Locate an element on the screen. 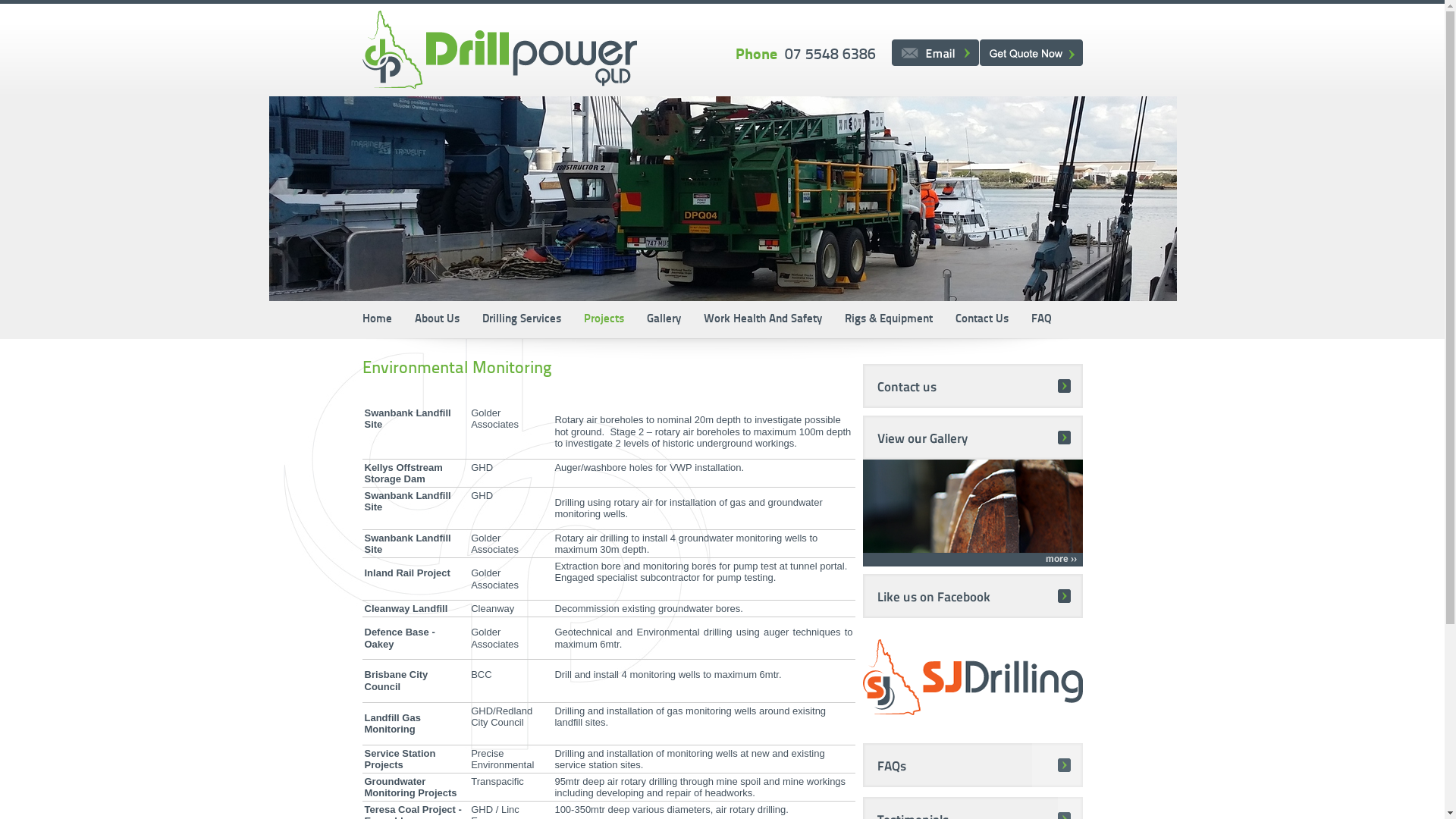 The image size is (1456, 819). 'About Us' is located at coordinates (403, 318).